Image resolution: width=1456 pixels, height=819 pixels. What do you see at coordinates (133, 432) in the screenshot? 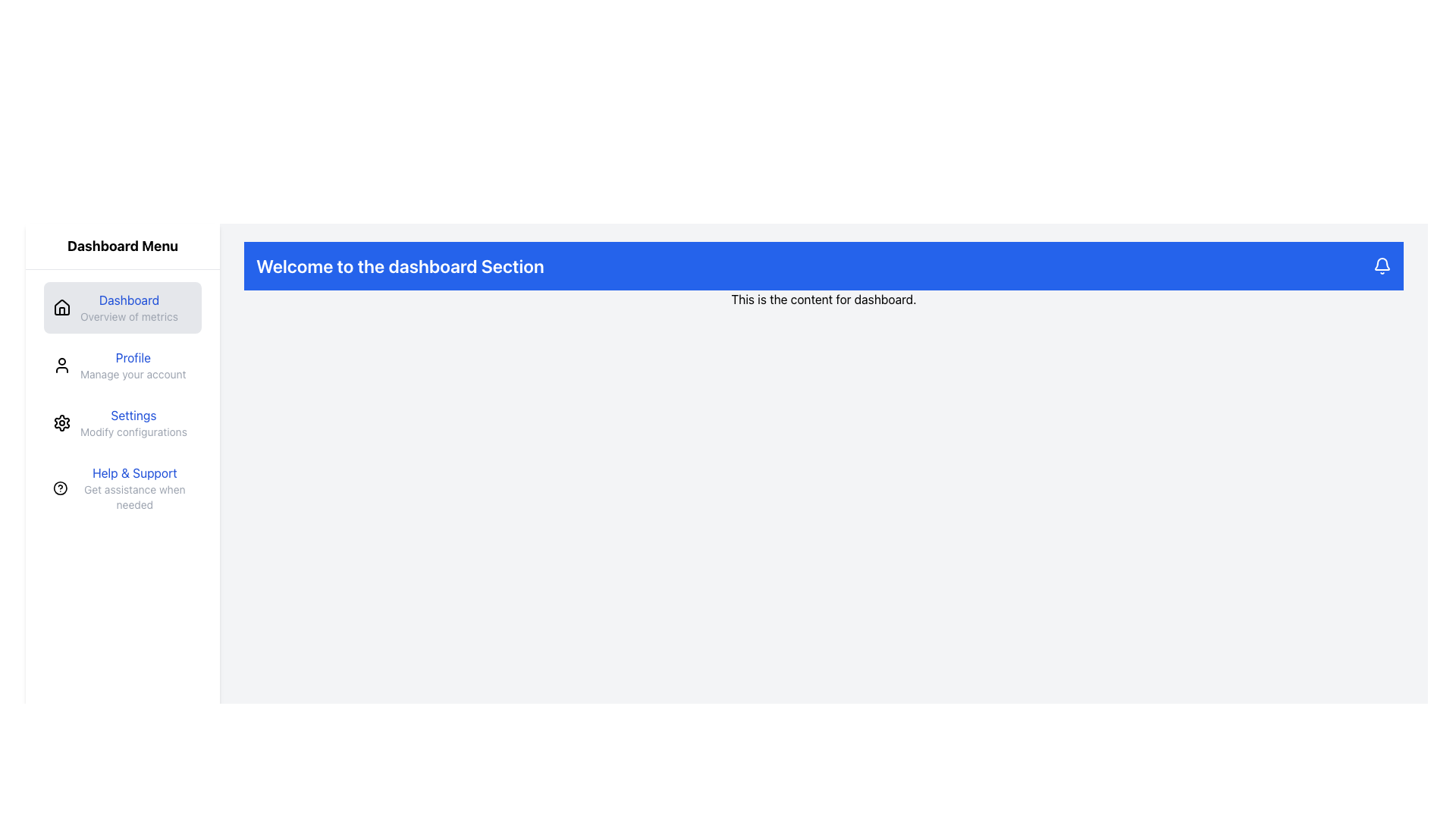
I see `descriptive text label located in the left-hand sidebar beneath the 'Settings' label and icon, which provides information about the 'Settings' section` at bounding box center [133, 432].